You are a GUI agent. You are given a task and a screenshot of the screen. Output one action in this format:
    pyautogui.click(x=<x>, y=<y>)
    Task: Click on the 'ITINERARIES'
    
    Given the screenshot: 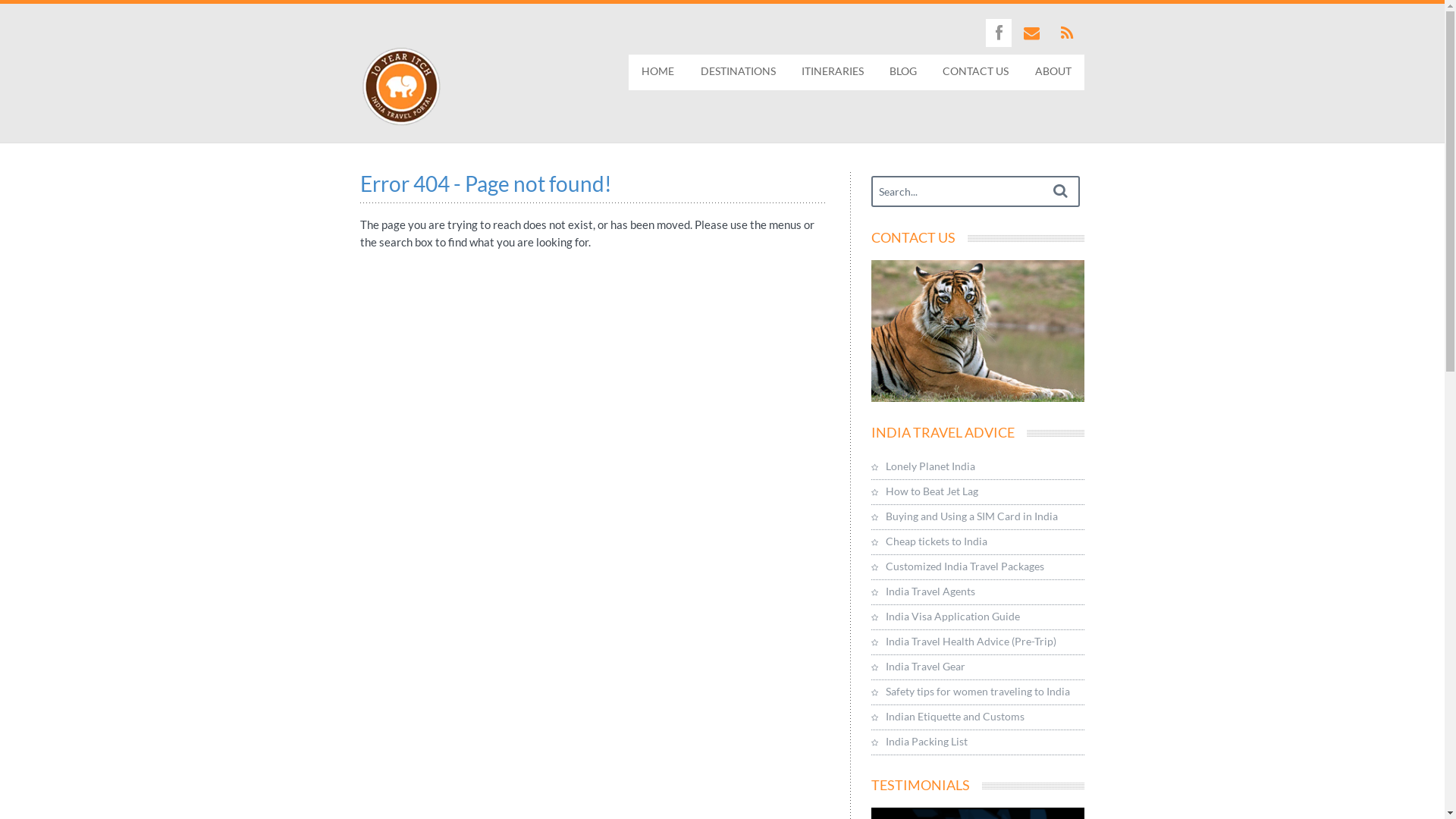 What is the action you would take?
    pyautogui.click(x=832, y=72)
    